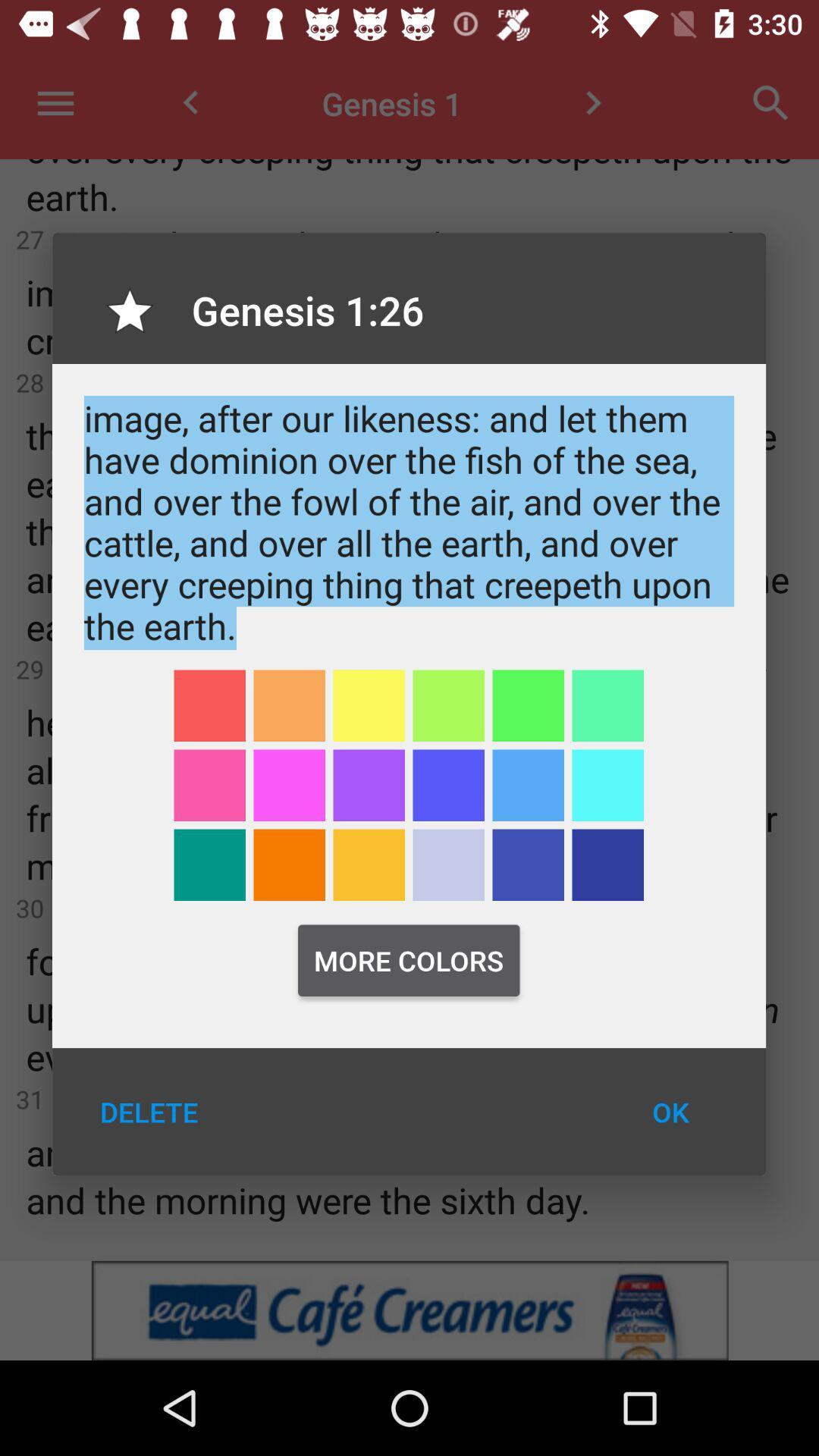 The height and width of the screenshot is (1456, 819). I want to click on highlight color, so click(369, 704).